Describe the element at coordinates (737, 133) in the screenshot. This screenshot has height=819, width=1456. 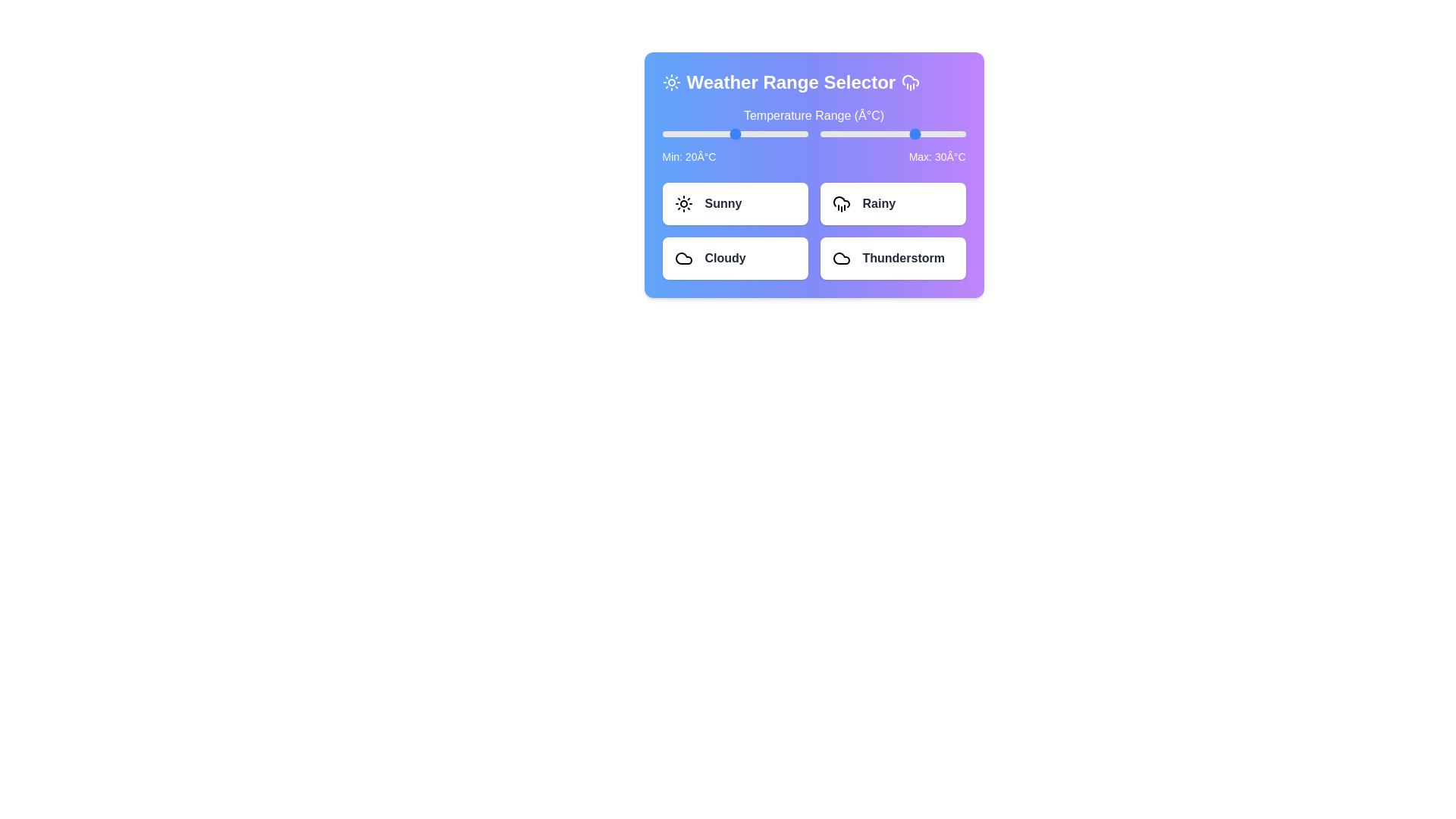
I see `the minimum temperature range slider to 21°C` at that location.